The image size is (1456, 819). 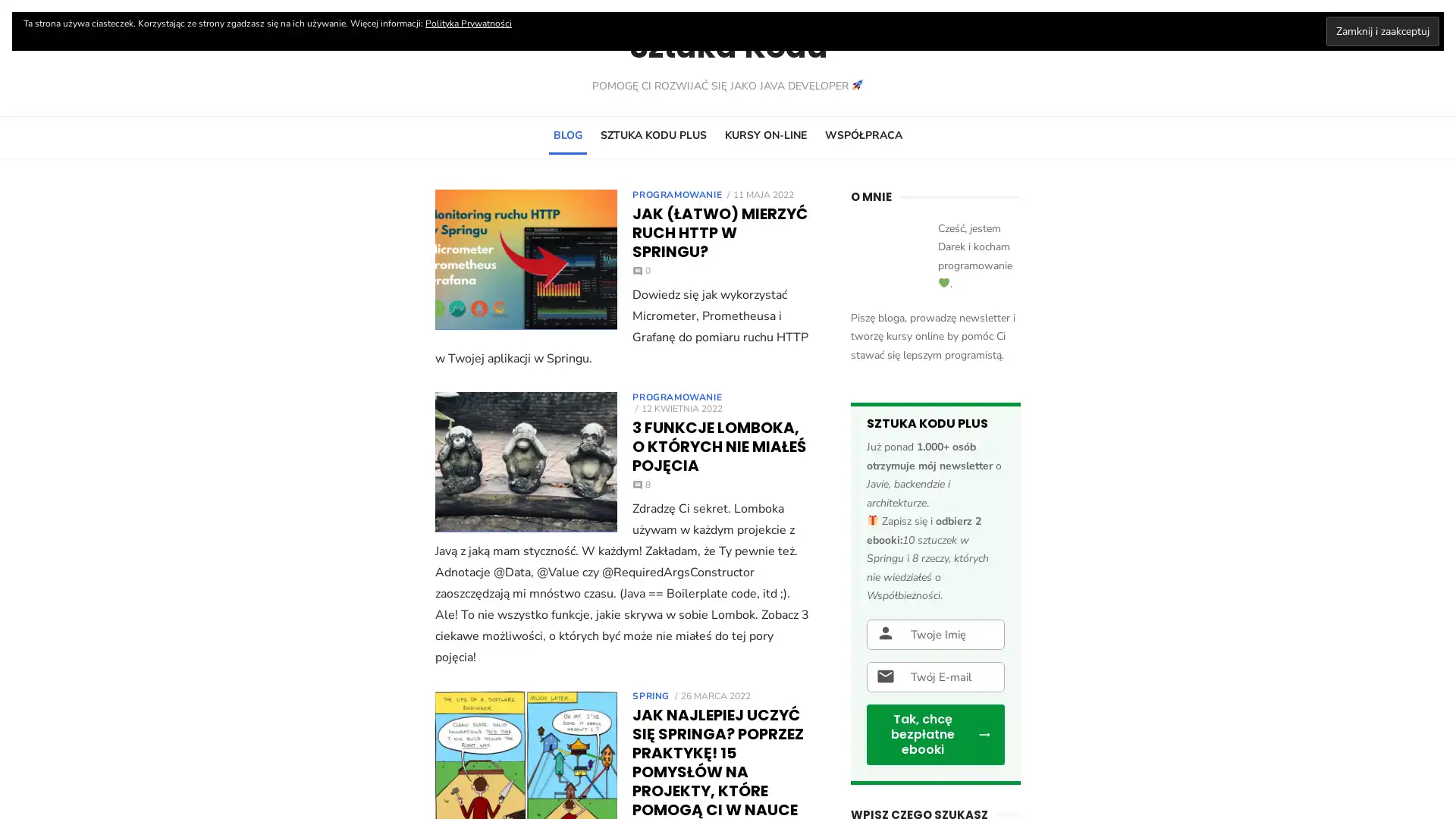 I want to click on SEARCH, so click(x=1149, y=711).